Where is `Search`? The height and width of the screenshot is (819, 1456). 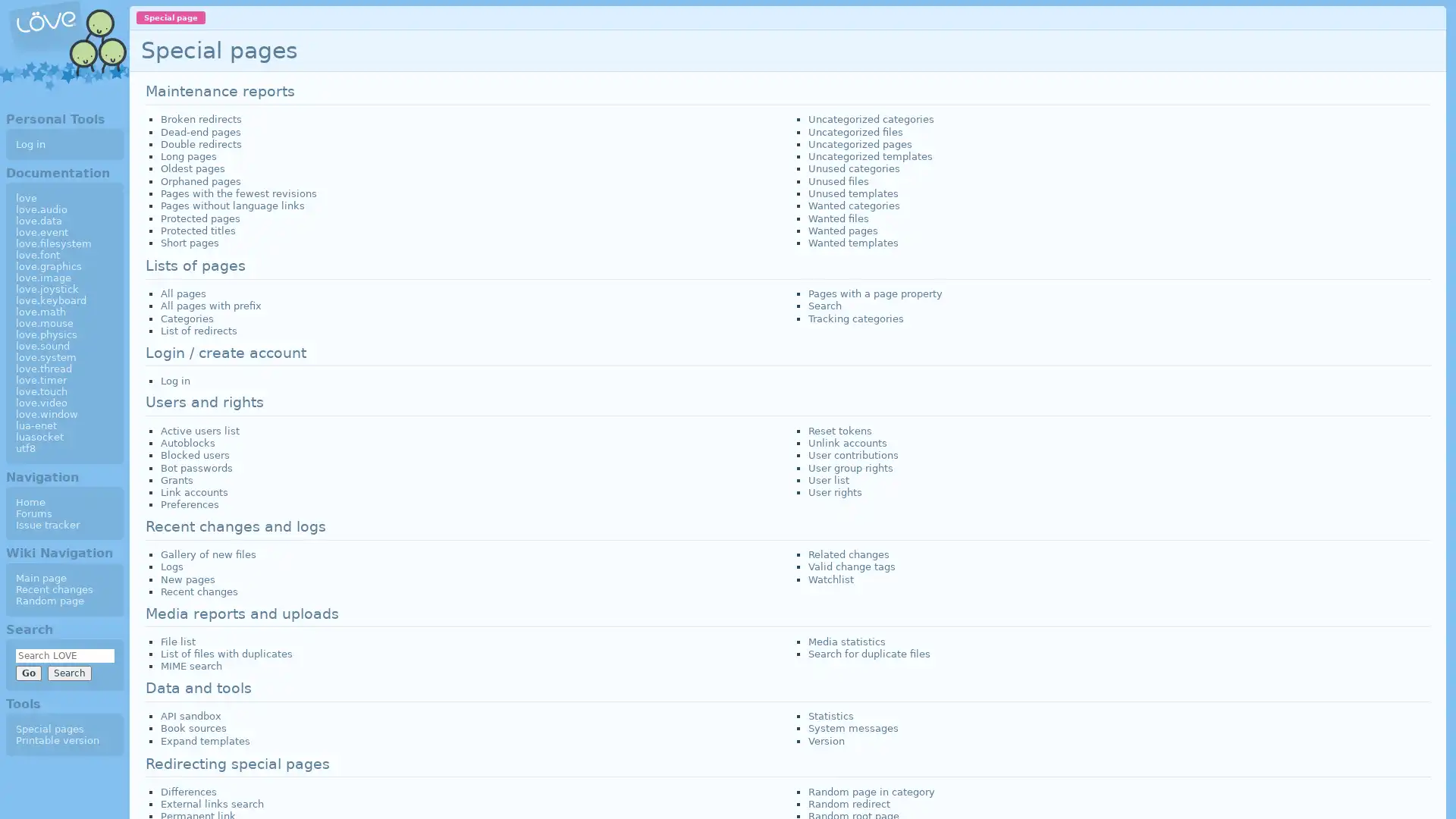 Search is located at coordinates (68, 672).